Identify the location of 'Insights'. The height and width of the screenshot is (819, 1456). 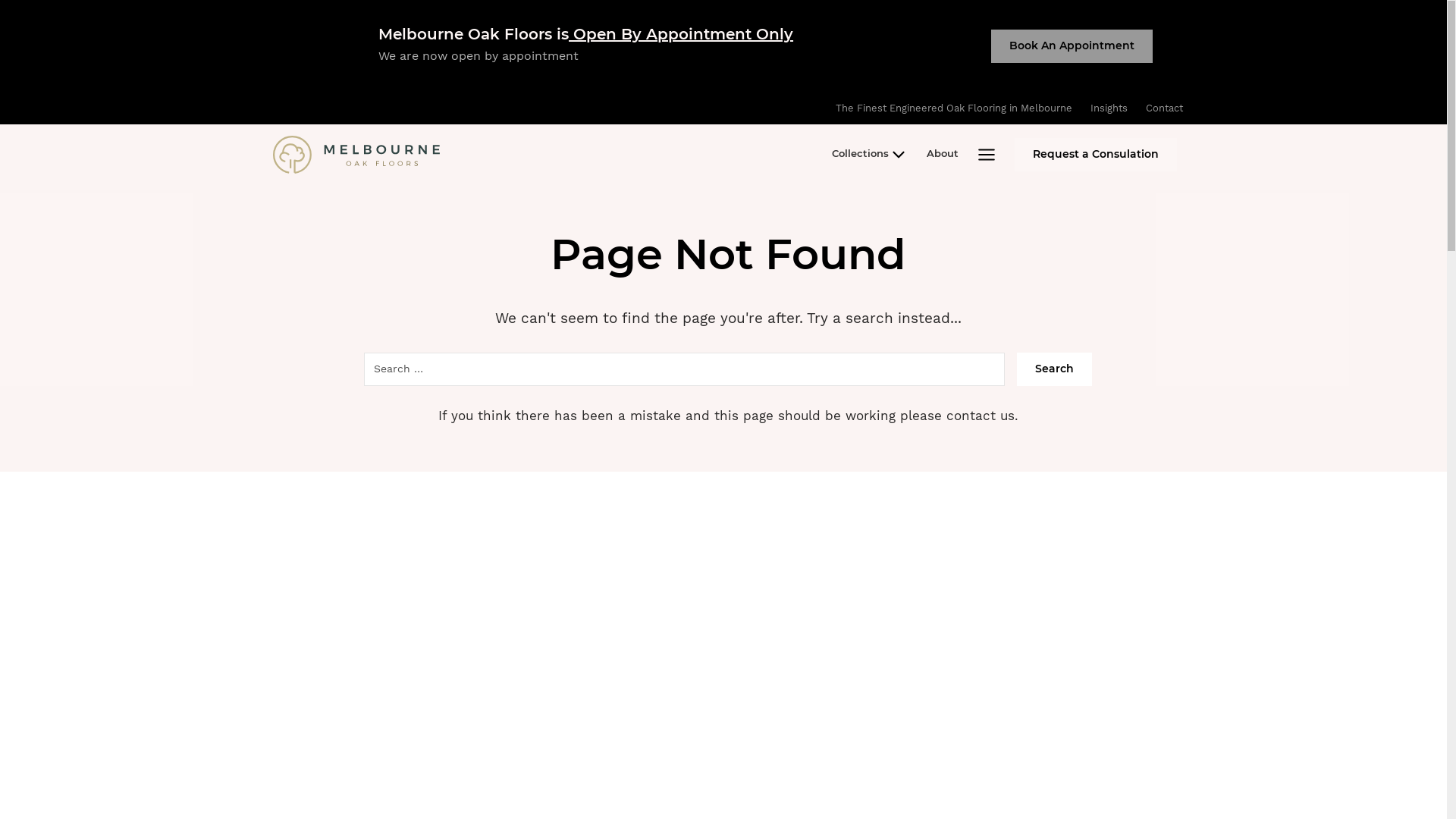
(1109, 107).